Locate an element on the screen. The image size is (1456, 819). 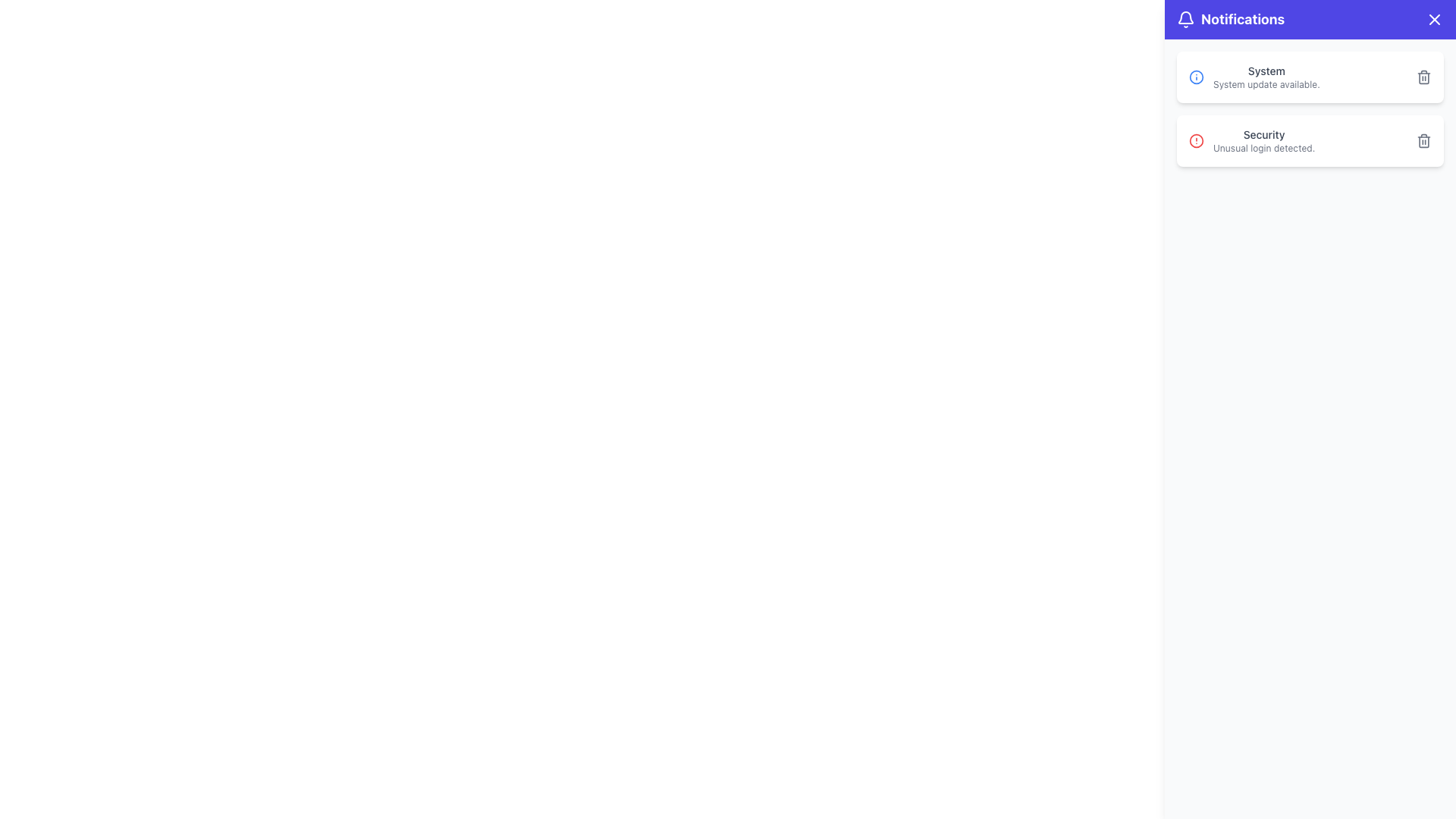
the text label component that provides supplementary information about unusual login activity in the 'Security' notification card, located directly beneath the 'Security' header is located at coordinates (1264, 149).